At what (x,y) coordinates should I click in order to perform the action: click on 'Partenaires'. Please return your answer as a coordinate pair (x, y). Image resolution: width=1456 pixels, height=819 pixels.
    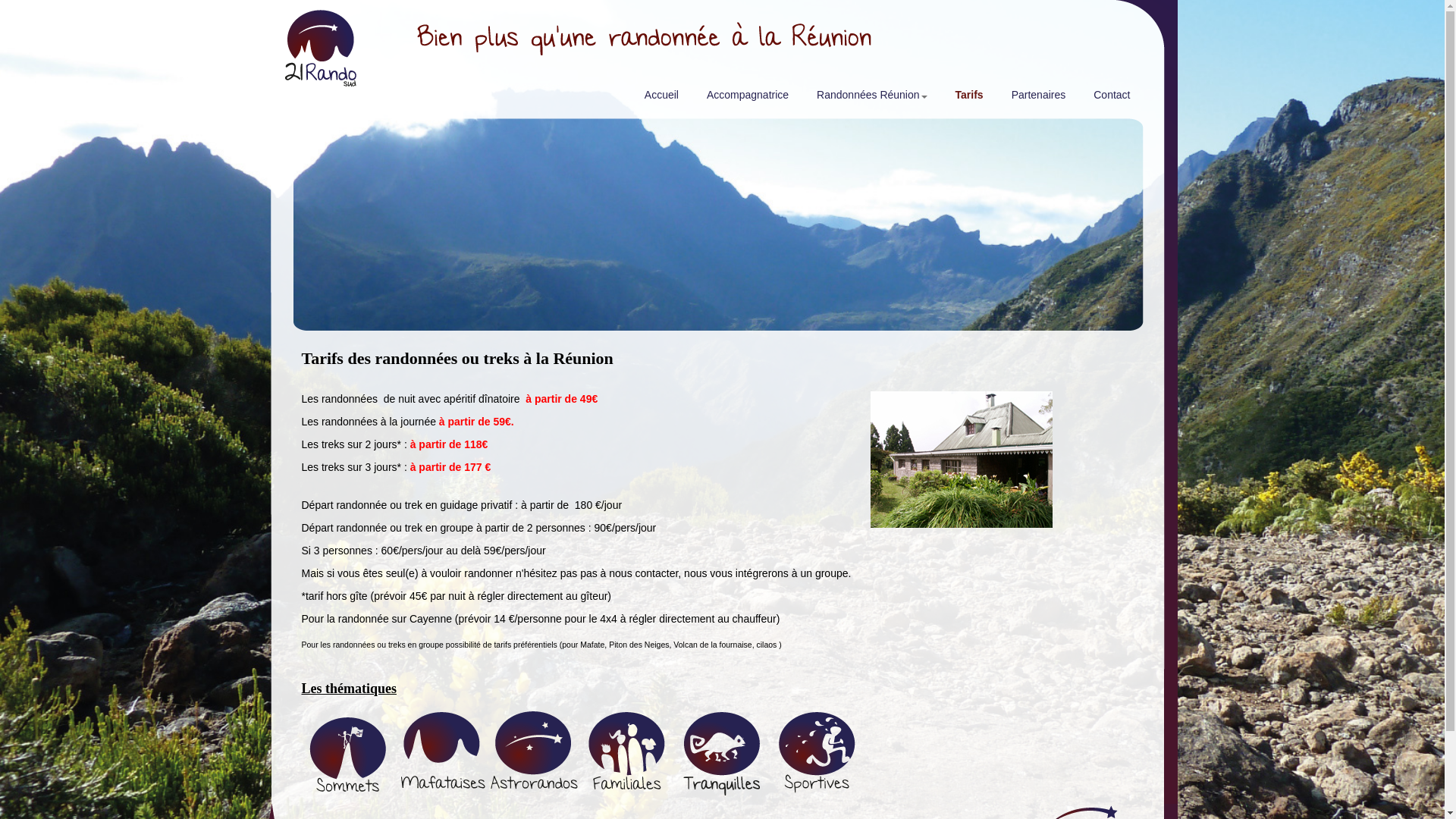
    Looking at the image, I should click on (1036, 99).